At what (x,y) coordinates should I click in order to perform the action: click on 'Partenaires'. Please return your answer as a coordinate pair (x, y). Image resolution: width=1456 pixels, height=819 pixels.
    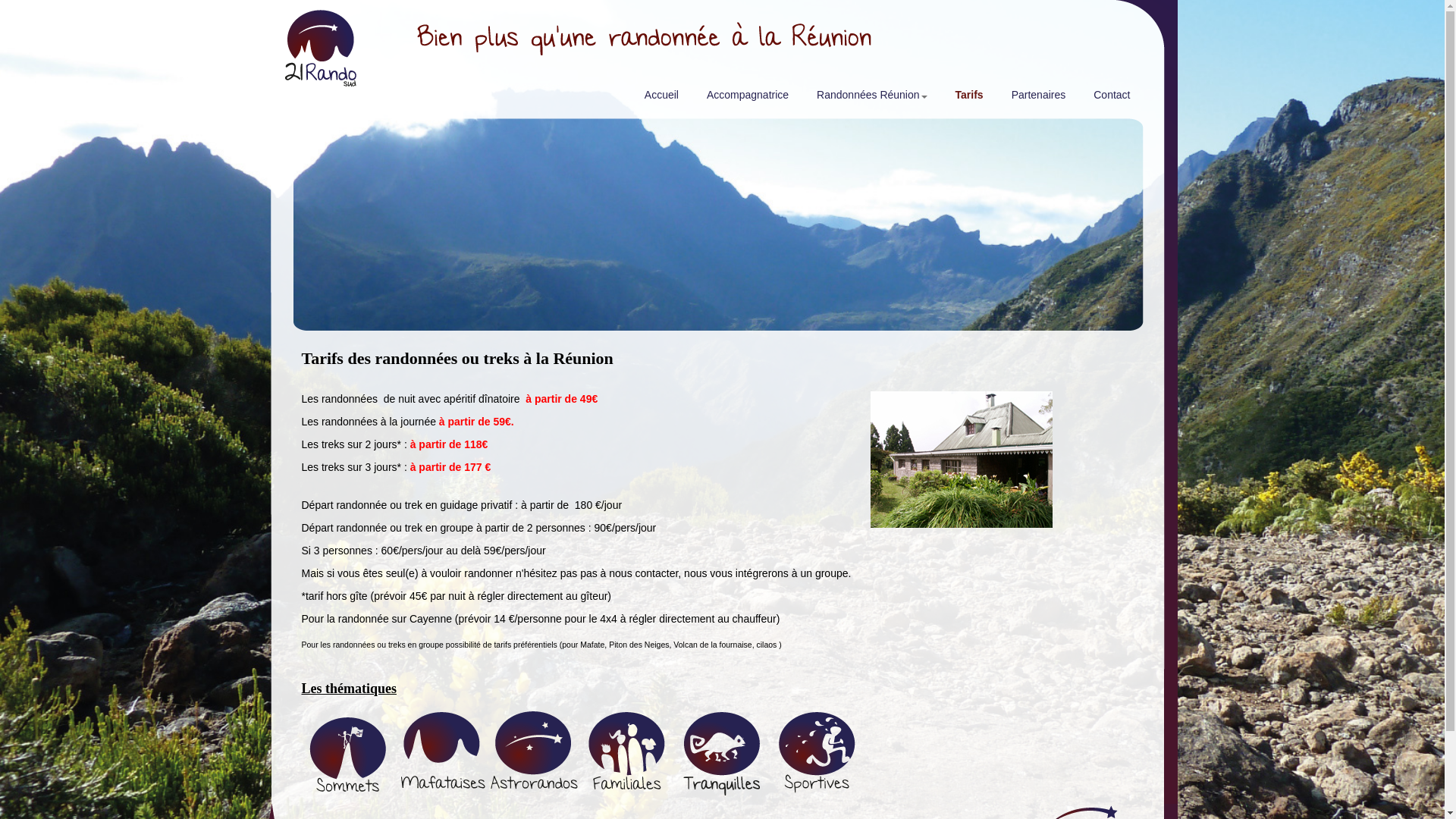
    Looking at the image, I should click on (1036, 99).